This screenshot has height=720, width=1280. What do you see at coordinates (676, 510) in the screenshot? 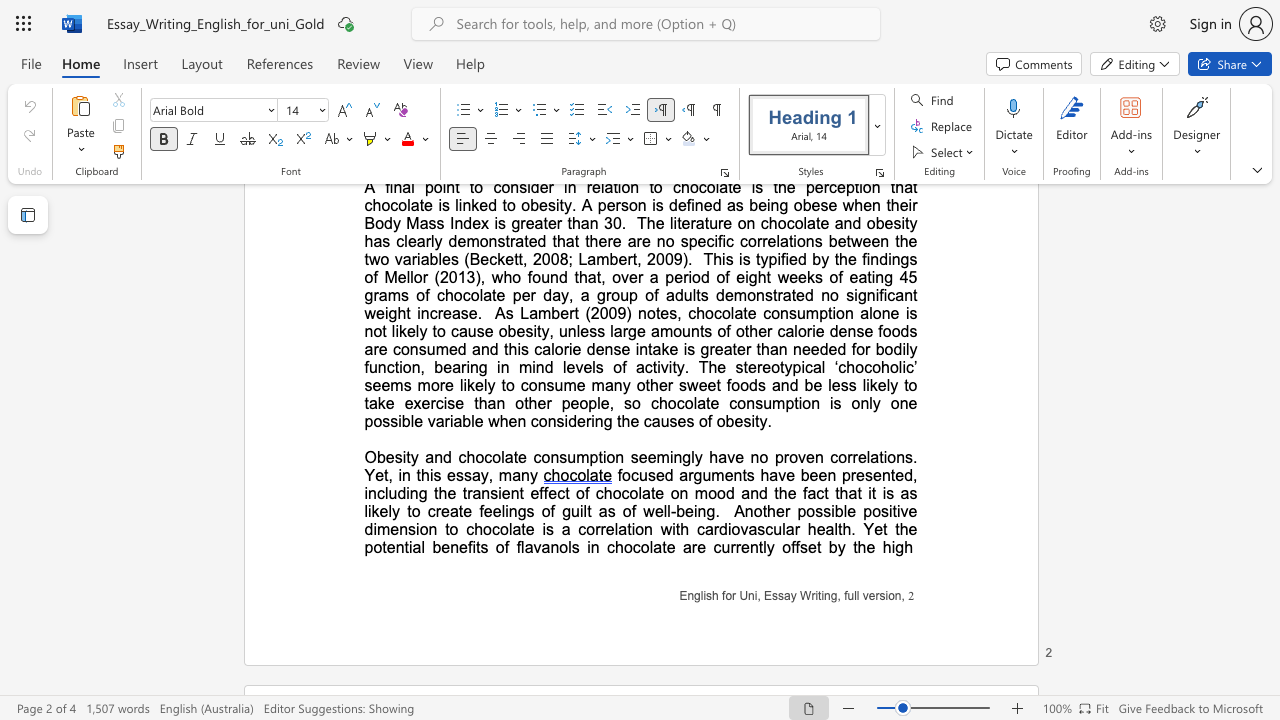
I see `the subset text "be" within the text "focused arguments have been presented, including the transient effect of chocolate on mood and the fact that it is as likely to create feelings of guilt as of well-being"` at bounding box center [676, 510].